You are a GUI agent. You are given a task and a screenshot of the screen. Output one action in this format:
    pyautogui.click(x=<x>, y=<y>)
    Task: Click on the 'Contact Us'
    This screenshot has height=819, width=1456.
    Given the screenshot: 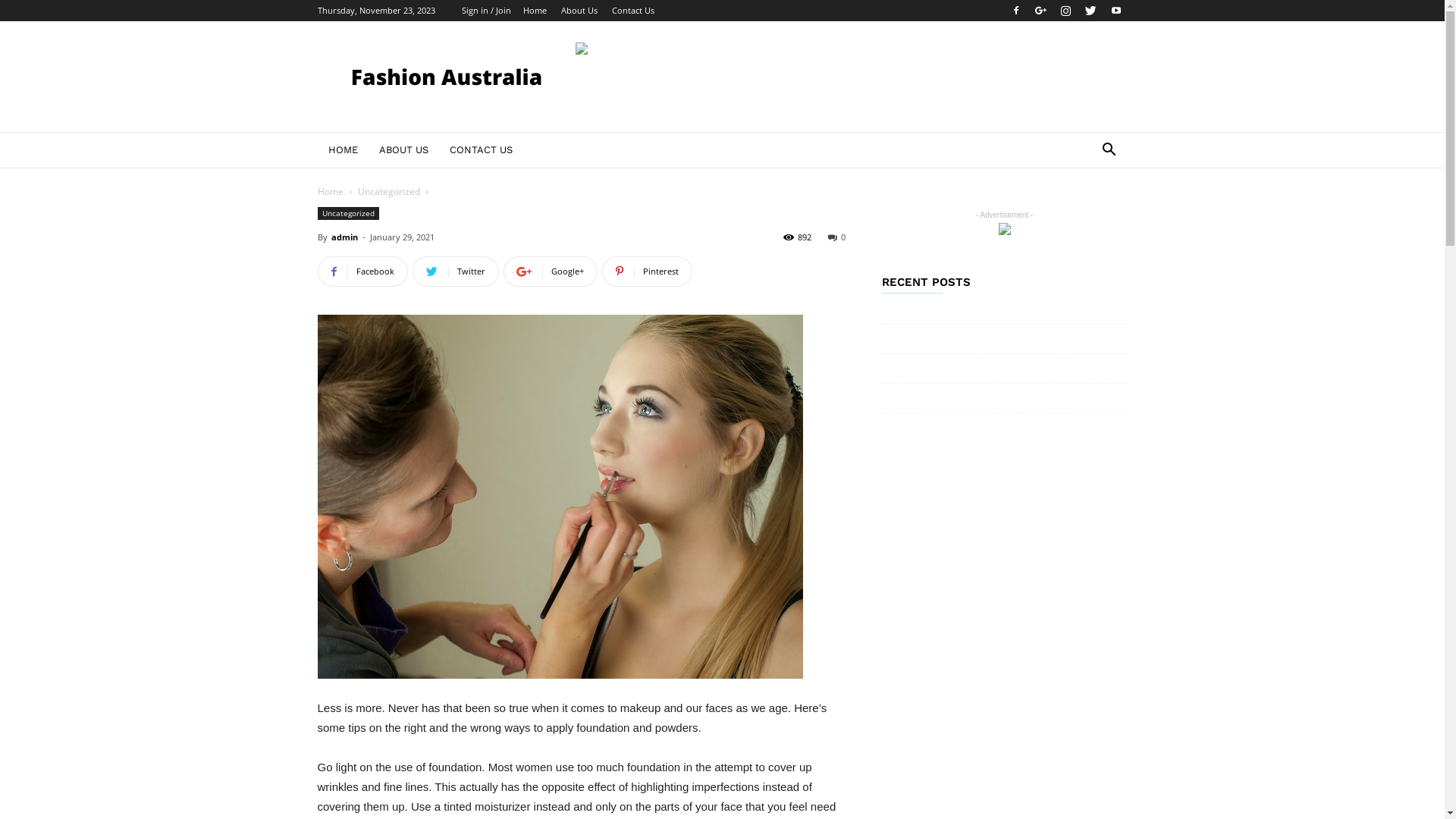 What is the action you would take?
    pyautogui.click(x=632, y=10)
    